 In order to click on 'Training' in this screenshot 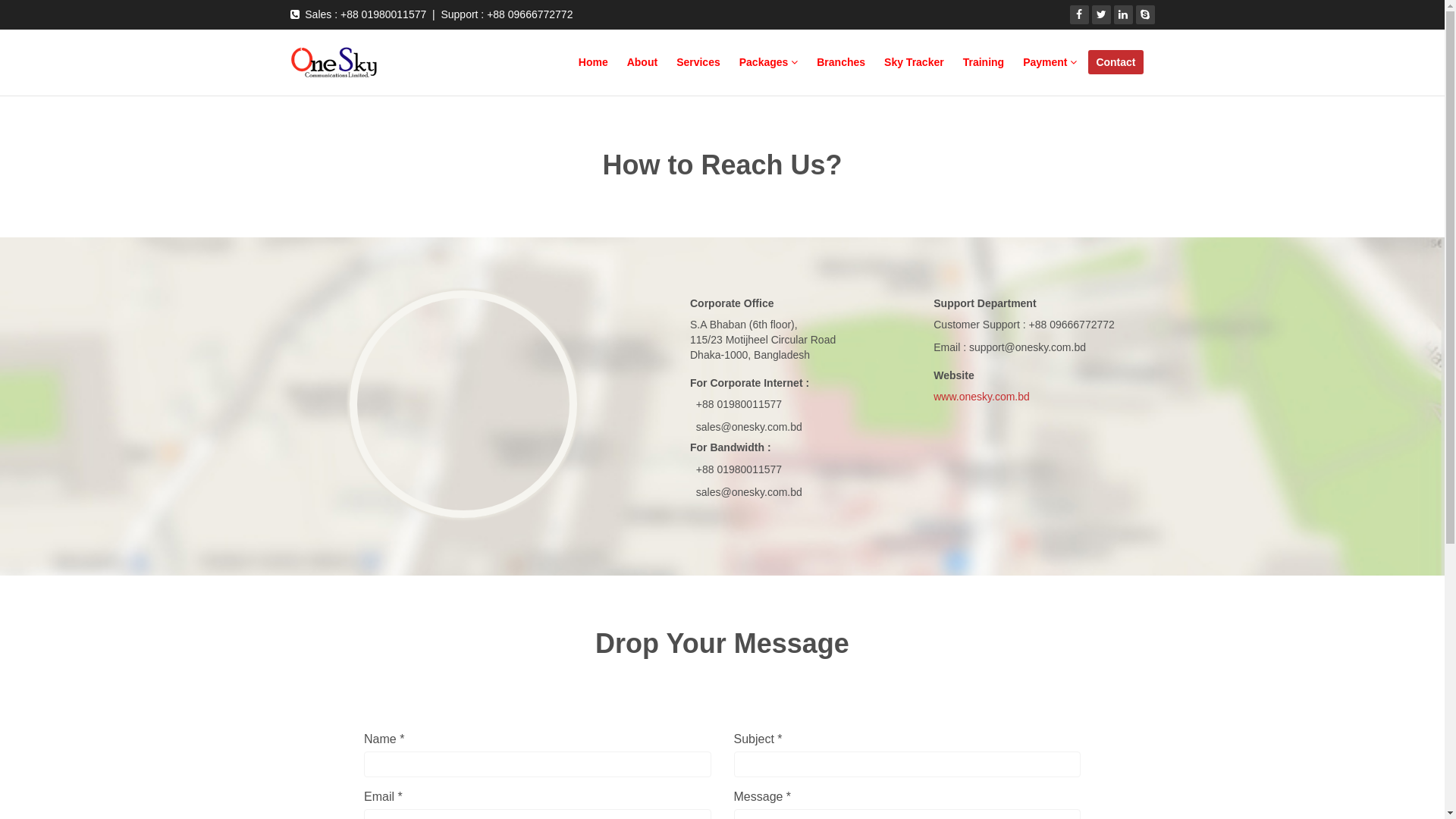, I will do `click(983, 61)`.